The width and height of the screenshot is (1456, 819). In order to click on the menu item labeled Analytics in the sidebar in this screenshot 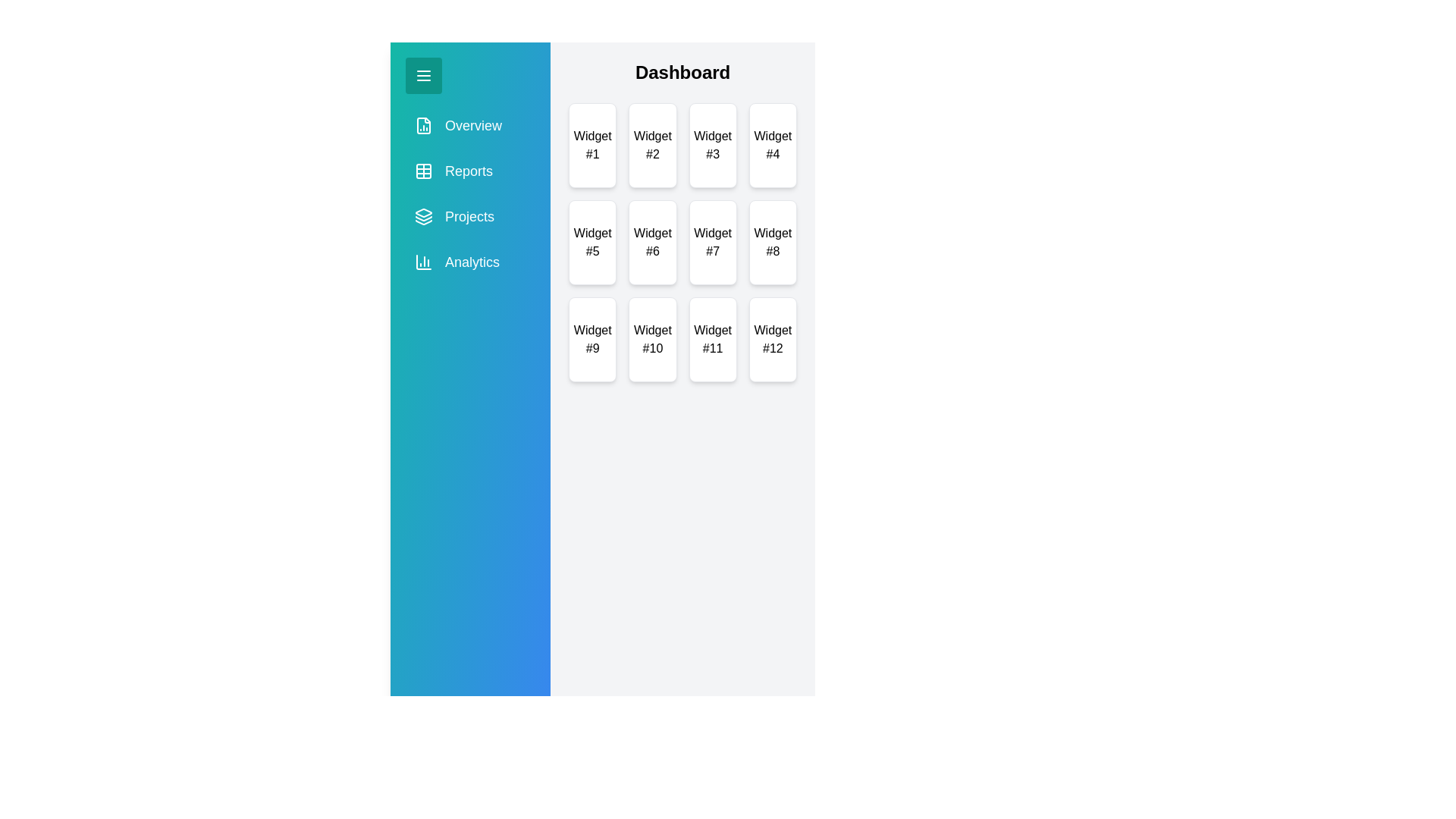, I will do `click(469, 262)`.